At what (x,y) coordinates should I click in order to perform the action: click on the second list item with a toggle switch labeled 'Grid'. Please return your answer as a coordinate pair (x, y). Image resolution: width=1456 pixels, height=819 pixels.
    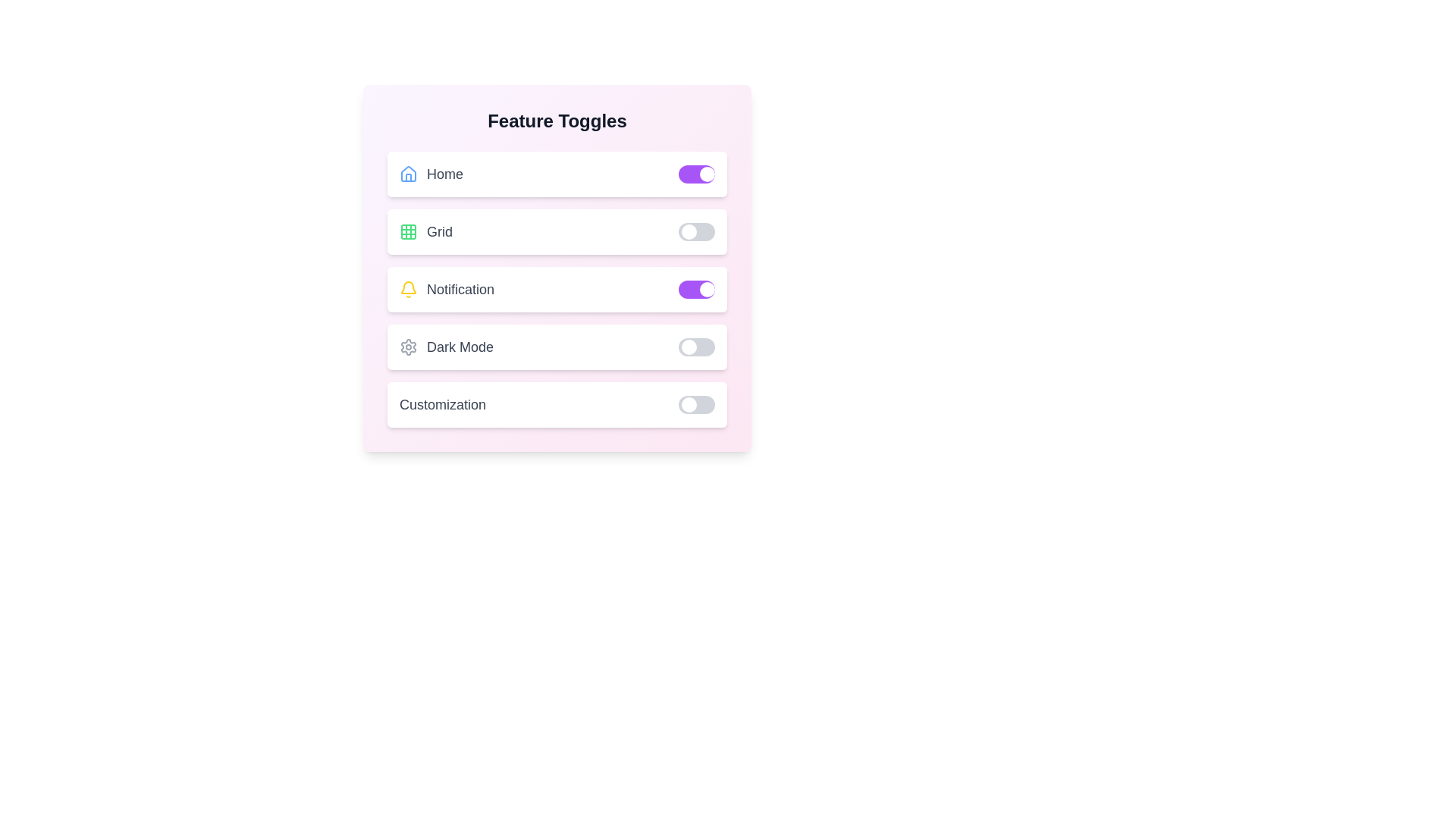
    Looking at the image, I should click on (556, 231).